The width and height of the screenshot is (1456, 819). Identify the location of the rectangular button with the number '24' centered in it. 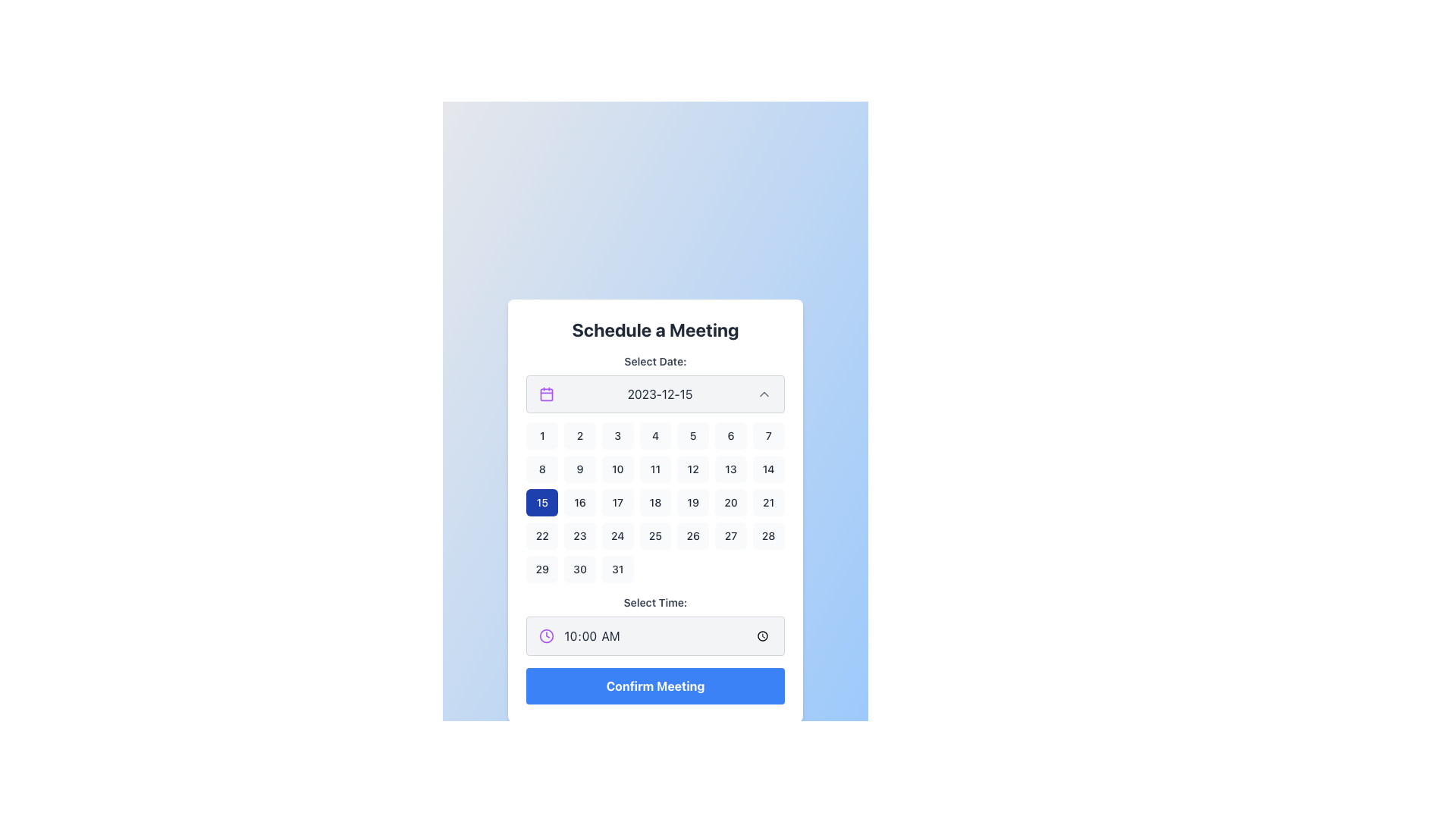
(617, 535).